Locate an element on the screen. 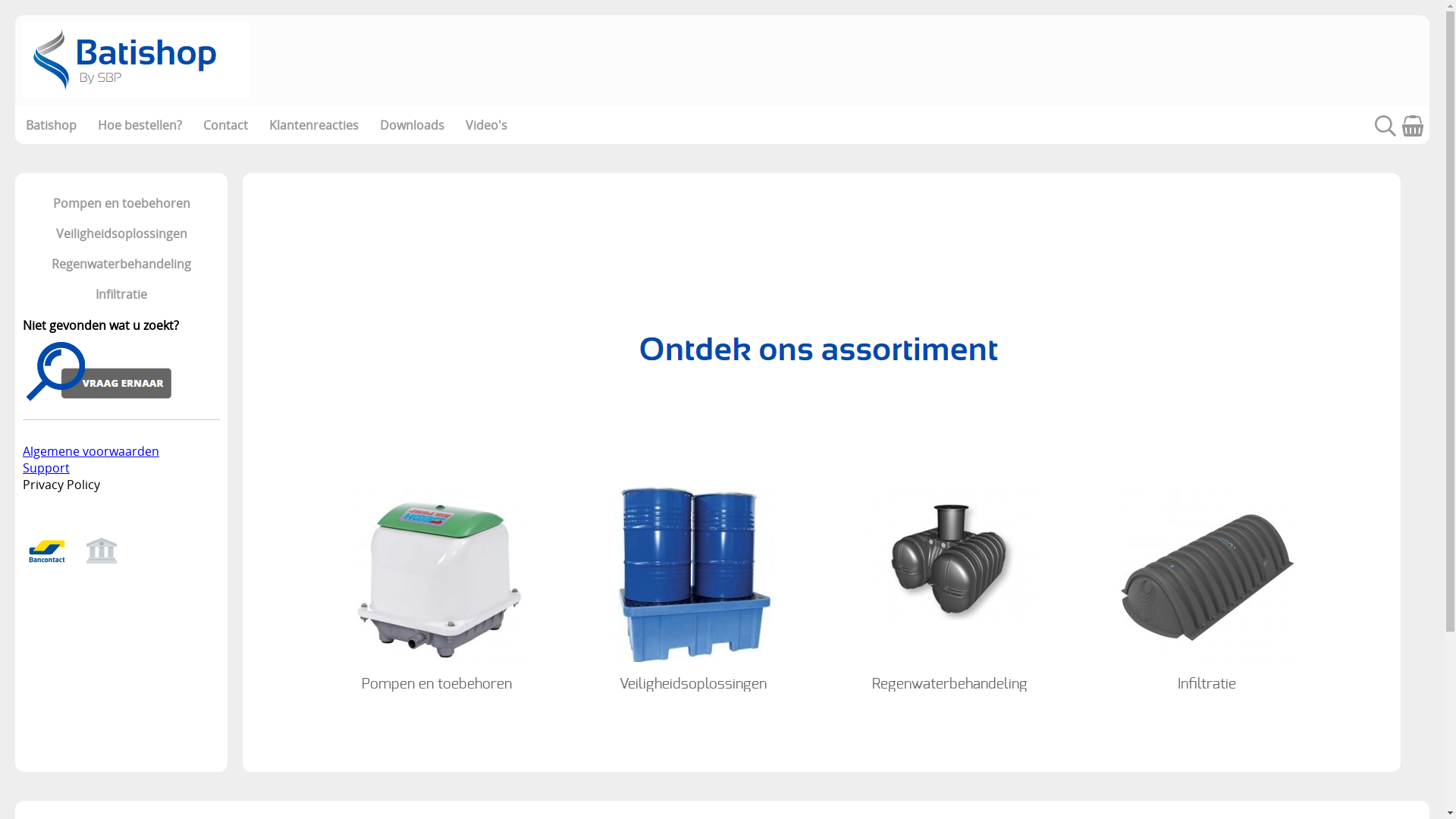 The width and height of the screenshot is (1456, 819). 'Algemene voorwaarden' is located at coordinates (90, 450).